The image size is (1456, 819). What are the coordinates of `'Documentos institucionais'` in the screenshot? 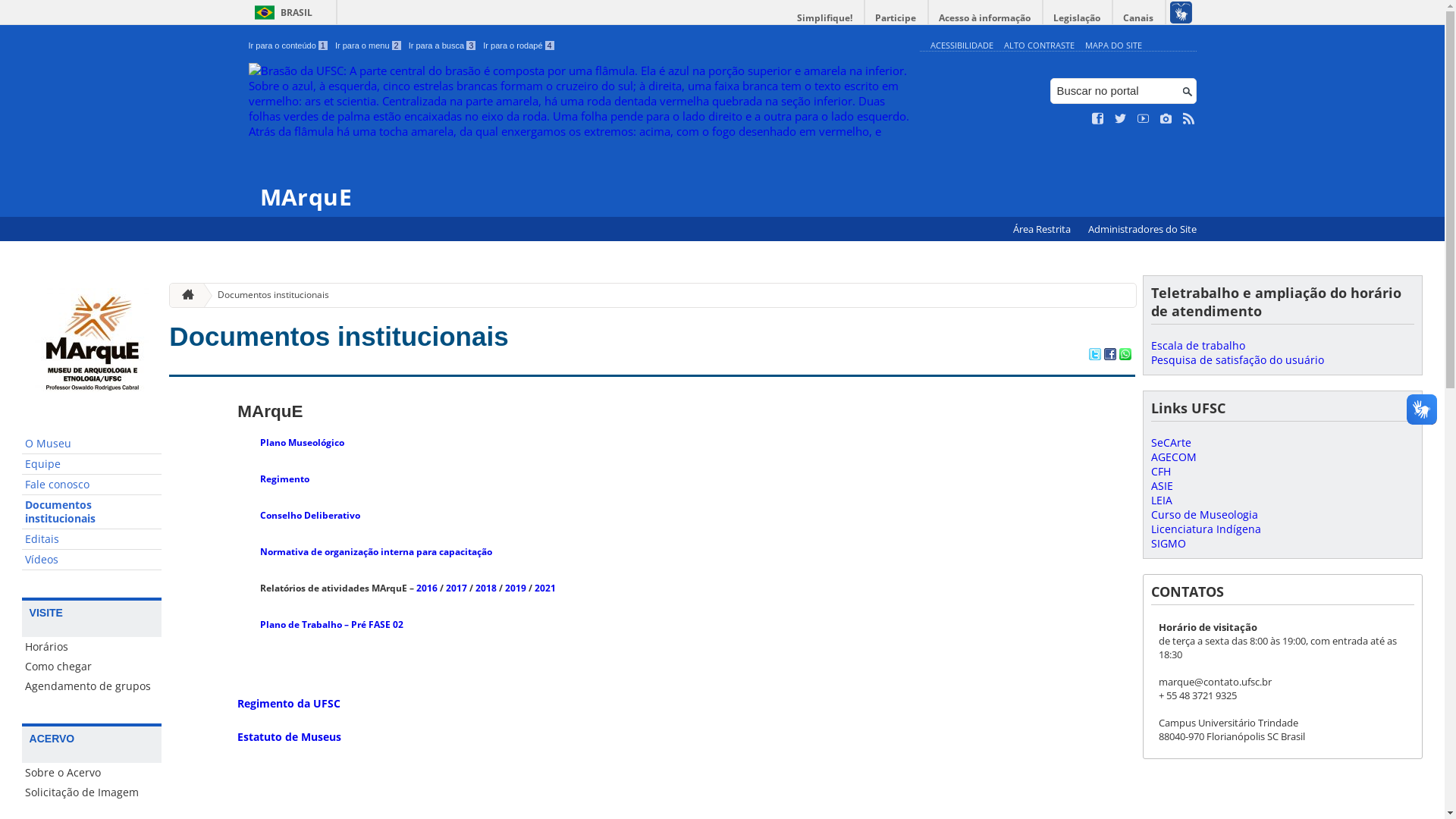 It's located at (199, 295).